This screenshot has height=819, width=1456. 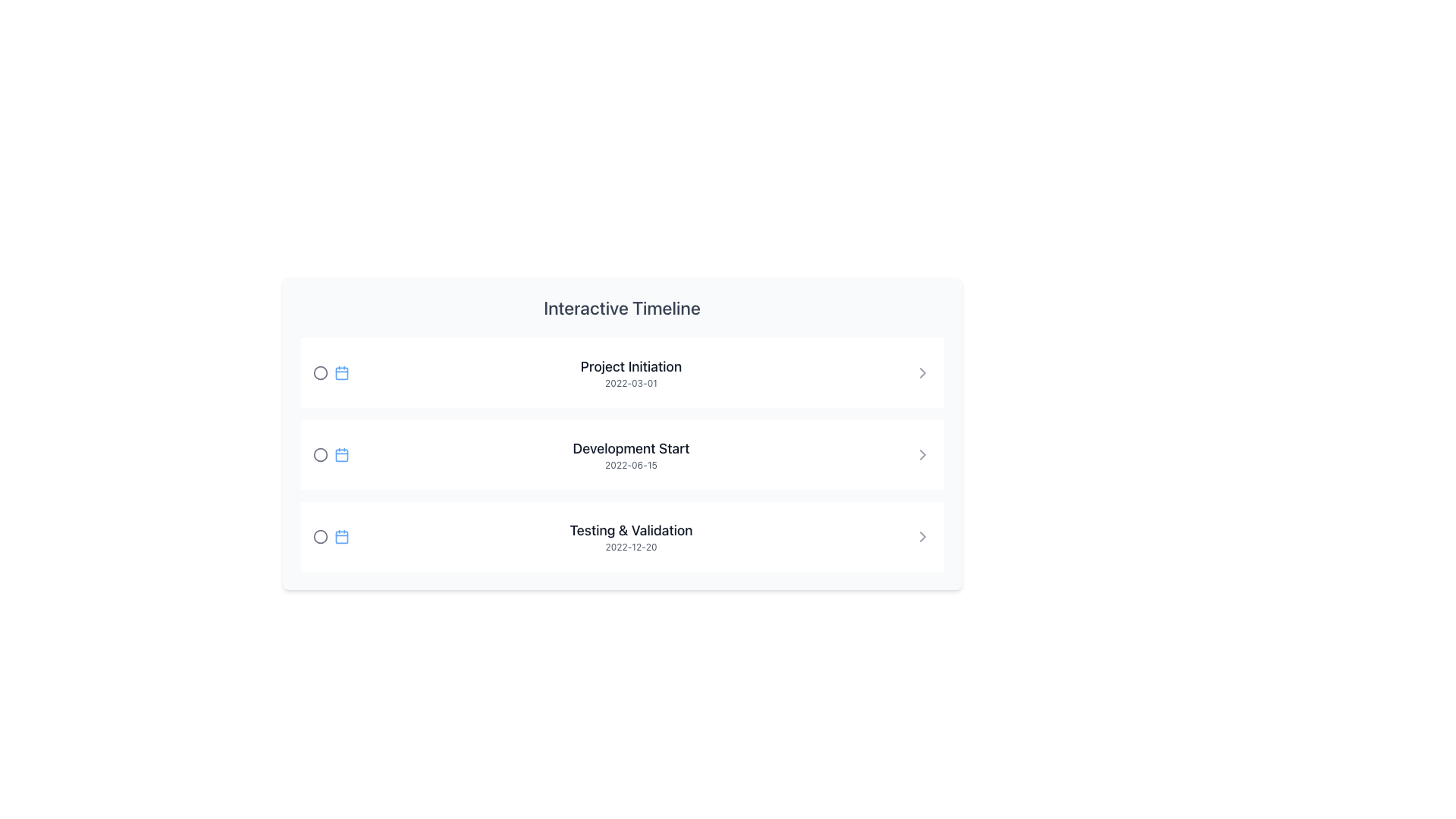 What do you see at coordinates (921, 536) in the screenshot?
I see `the chevron icon positioned at the far right side of the third item labeled 'Testing & Validation 2022-12-20'` at bounding box center [921, 536].